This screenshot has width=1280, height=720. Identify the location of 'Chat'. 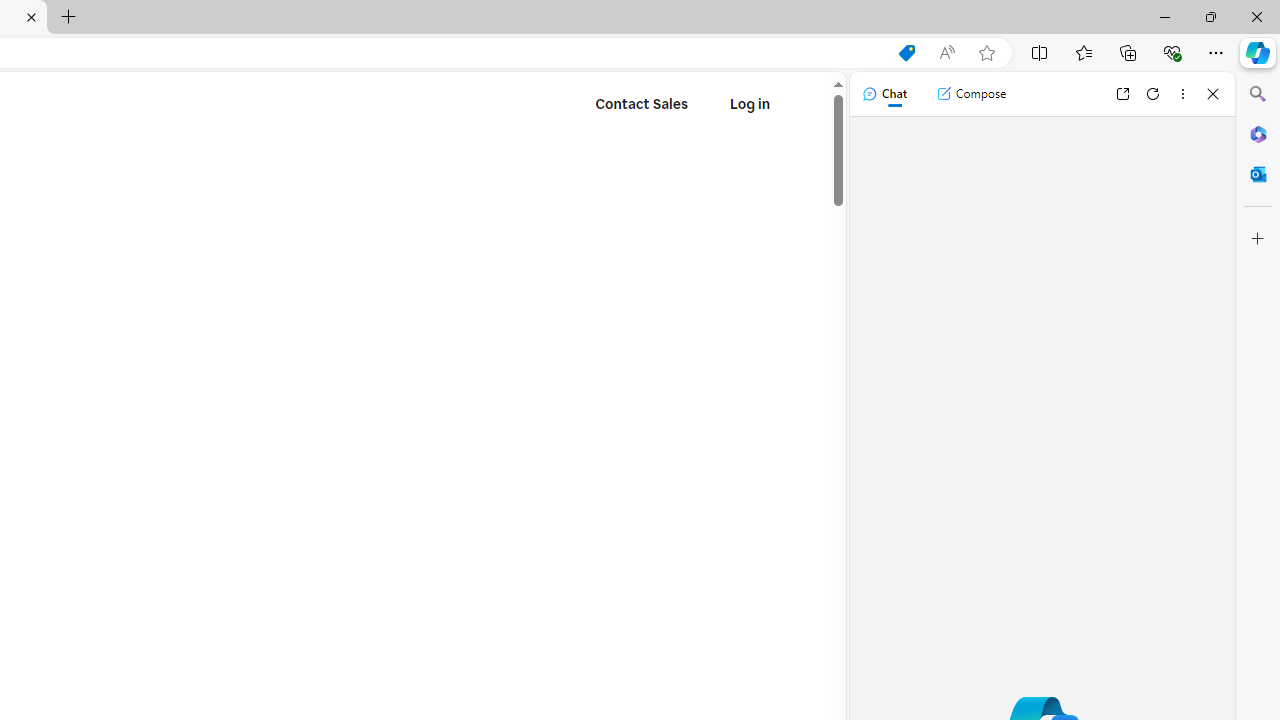
(883, 93).